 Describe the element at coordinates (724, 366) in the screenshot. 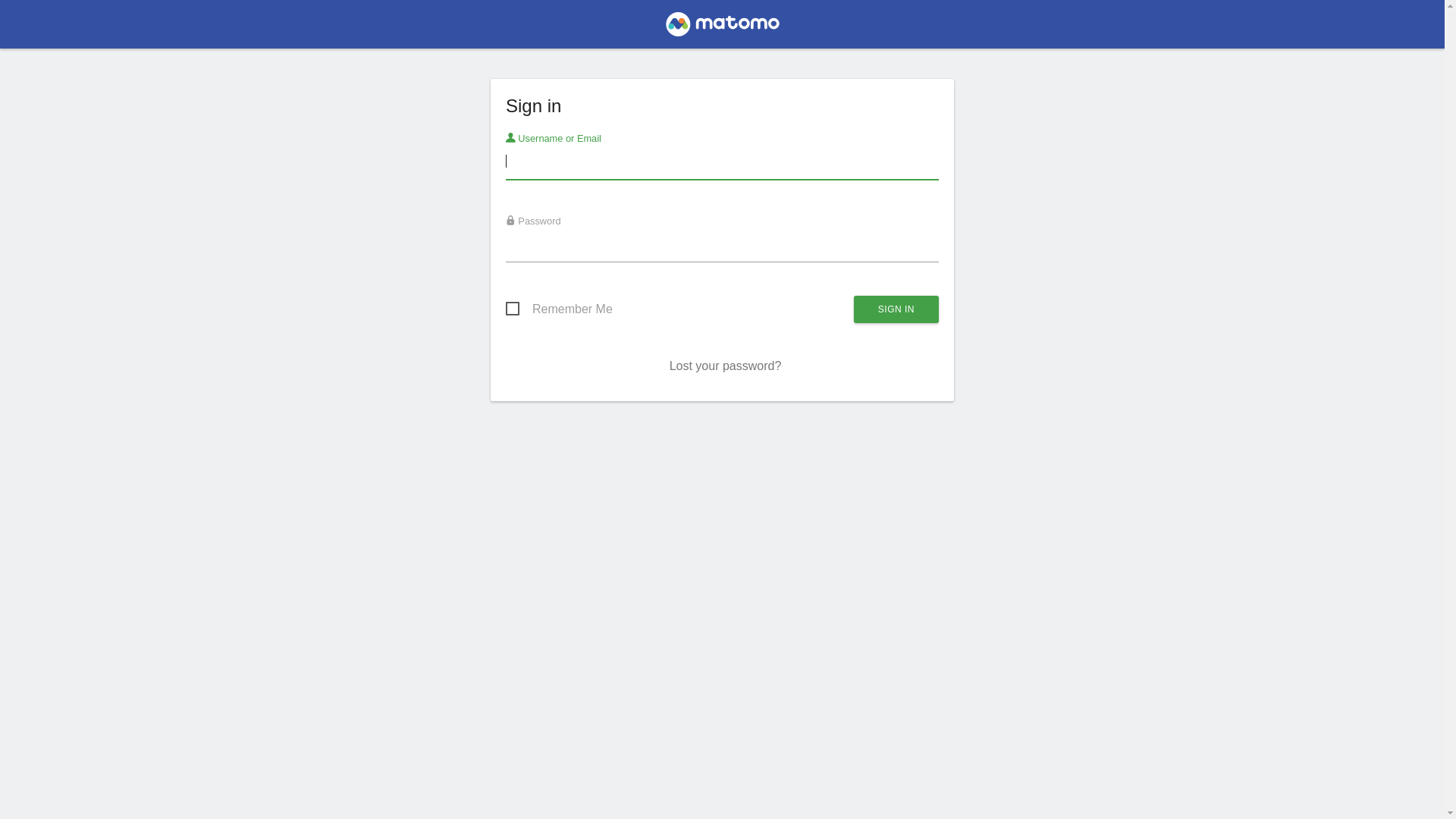

I see `'Lost your password?'` at that location.